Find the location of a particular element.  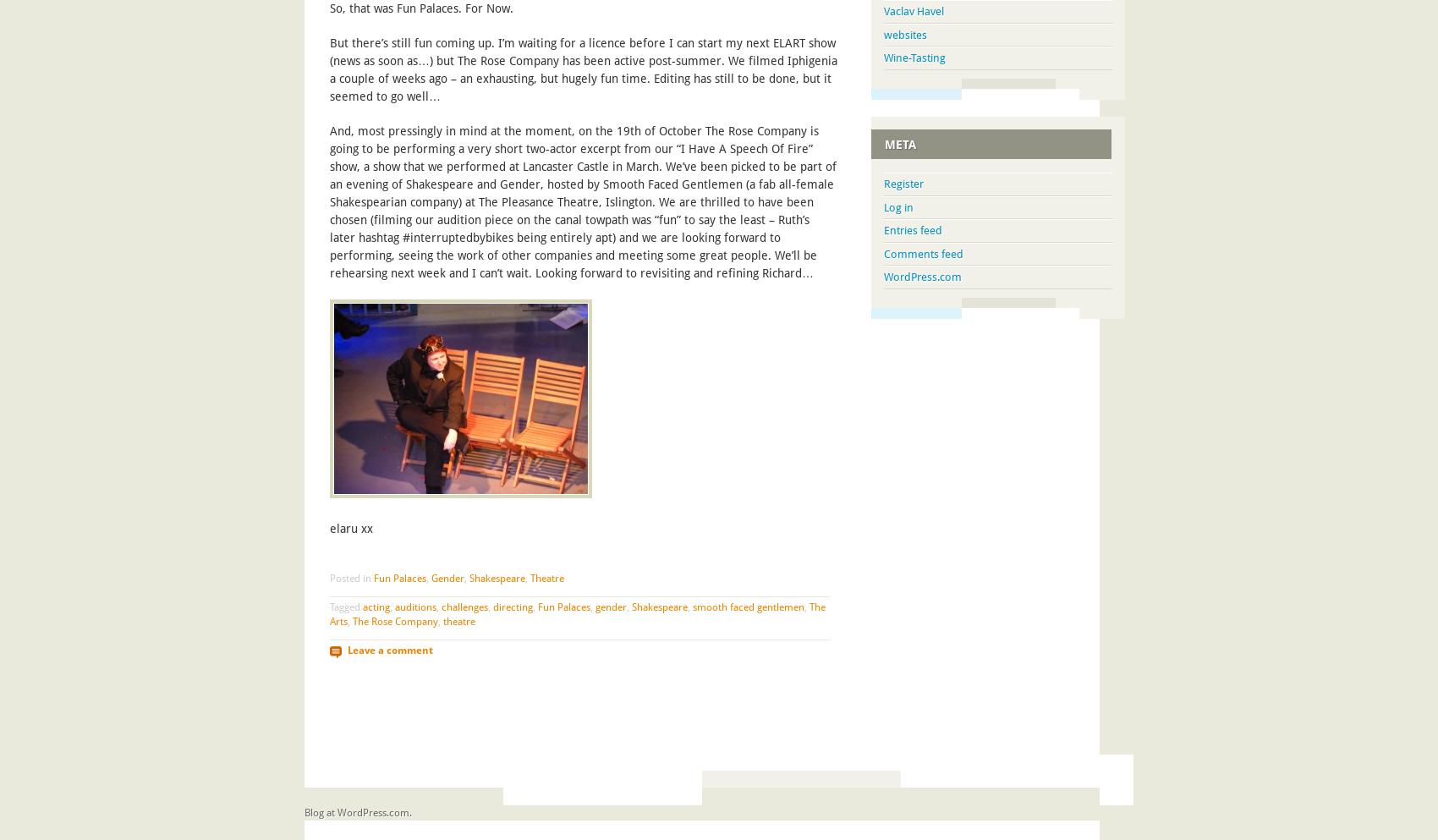

'Theatre' is located at coordinates (529, 578).